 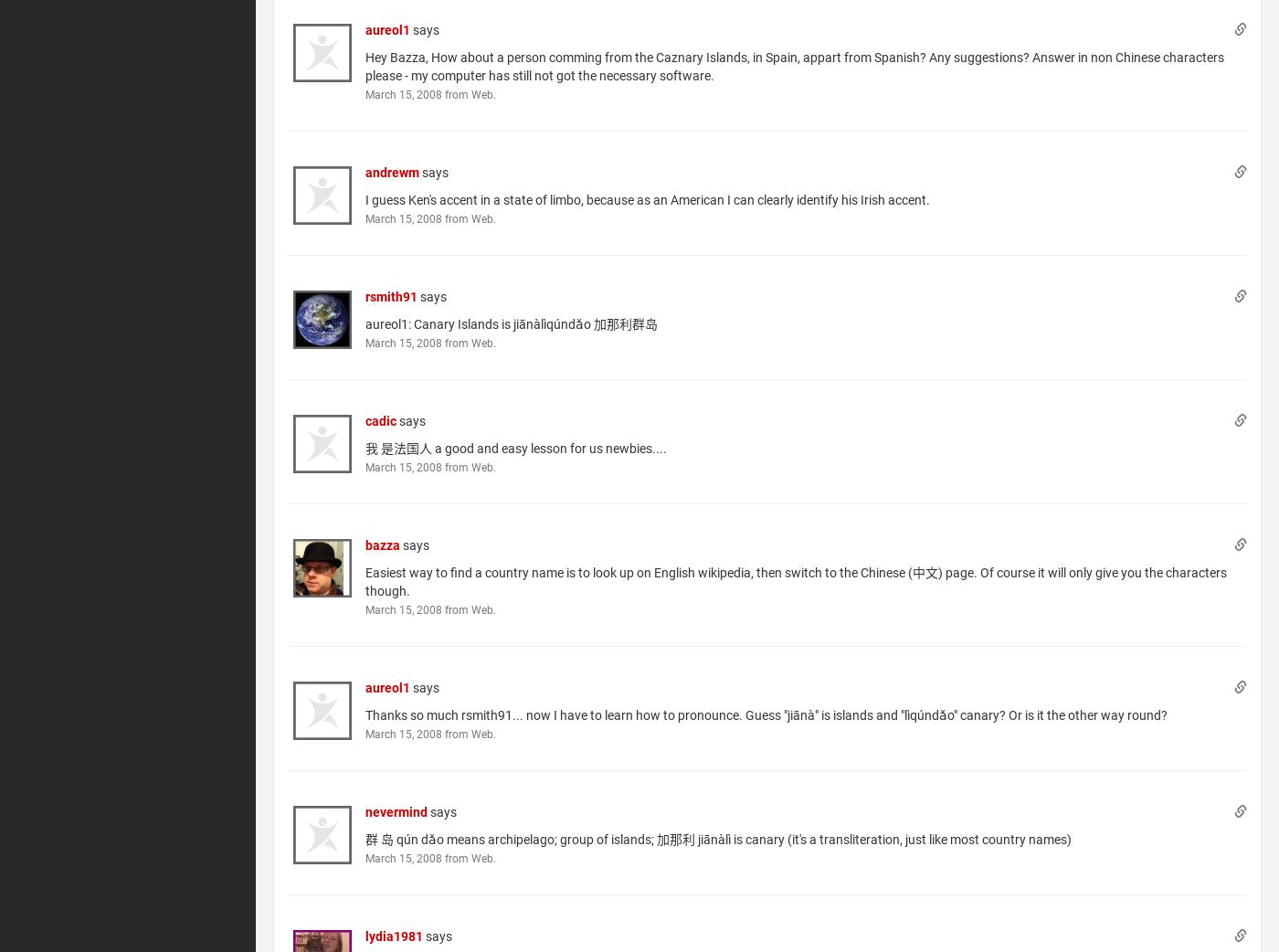 What do you see at coordinates (766, 714) in the screenshot?
I see `'Thanks so much rsmith91... now I have to learn how to pronounce. Guess "jiānà" is islands and "lìqúndǎo" canary? Or is it the other way round?'` at bounding box center [766, 714].